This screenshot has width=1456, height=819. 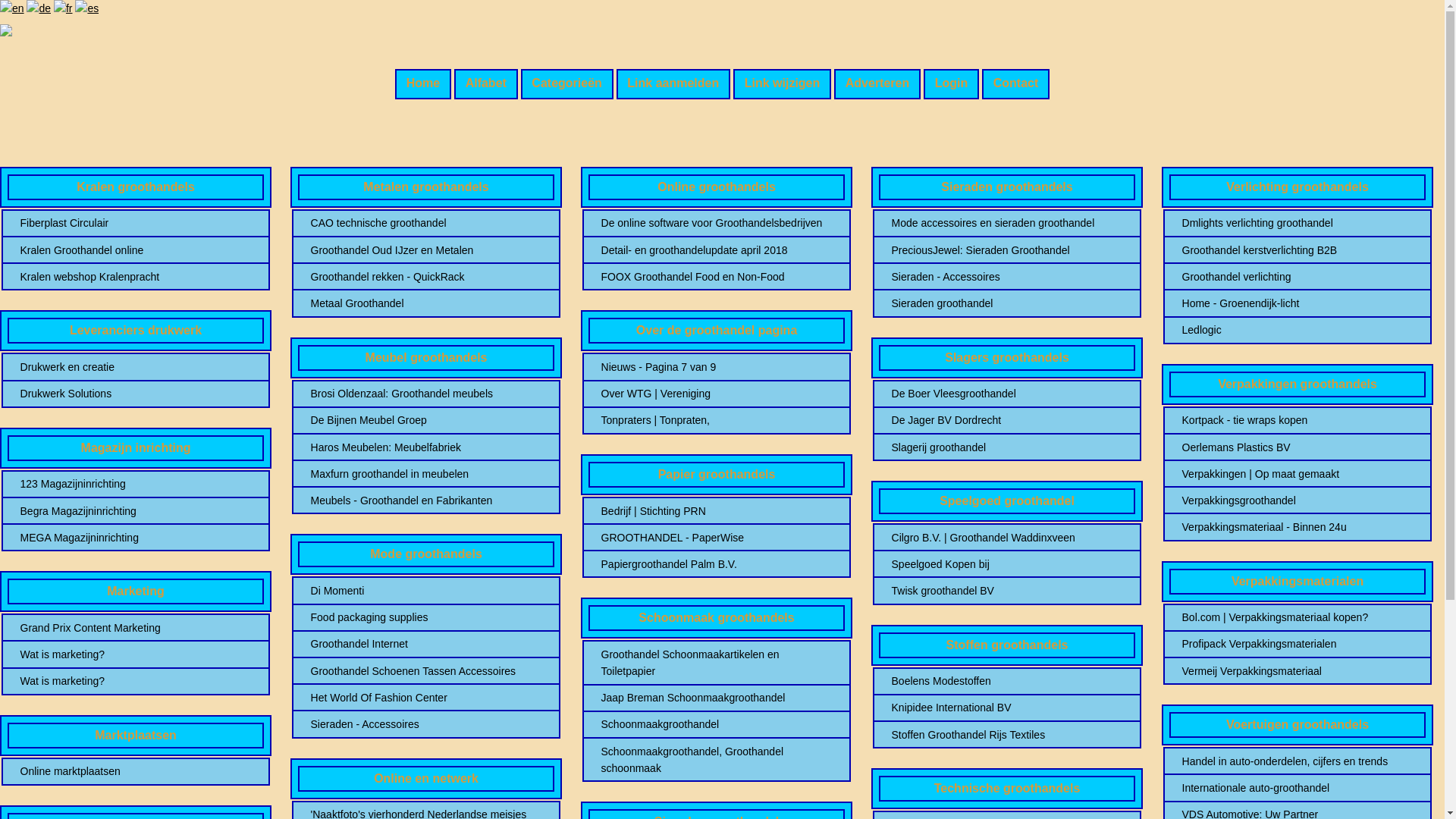 What do you see at coordinates (1297, 303) in the screenshot?
I see `'Home - Groenendijk-licht'` at bounding box center [1297, 303].